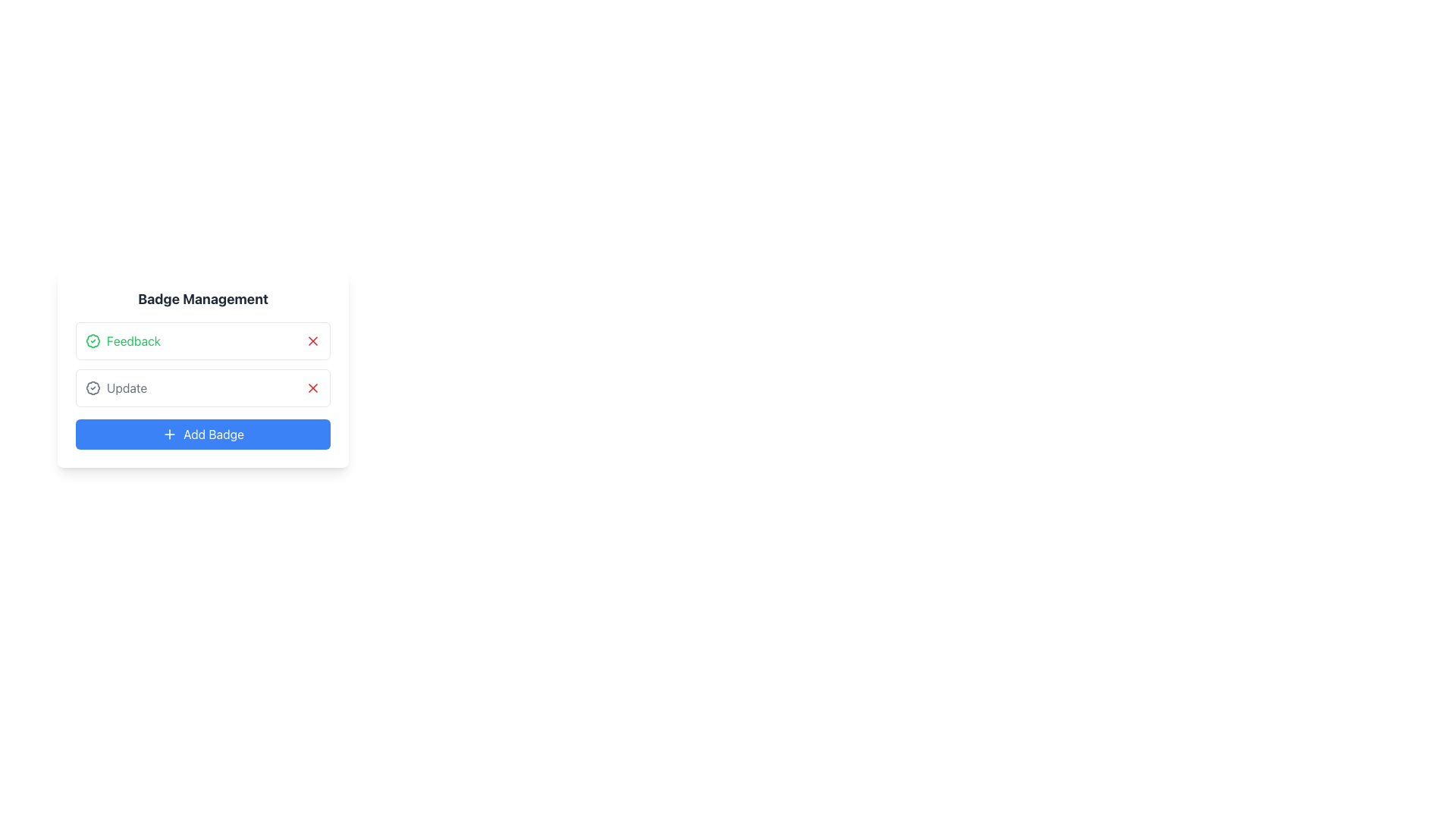 The image size is (1456, 819). Describe the element at coordinates (312, 341) in the screenshot. I see `the delete button for the associated 'Feedback' item in the badge management section` at that location.